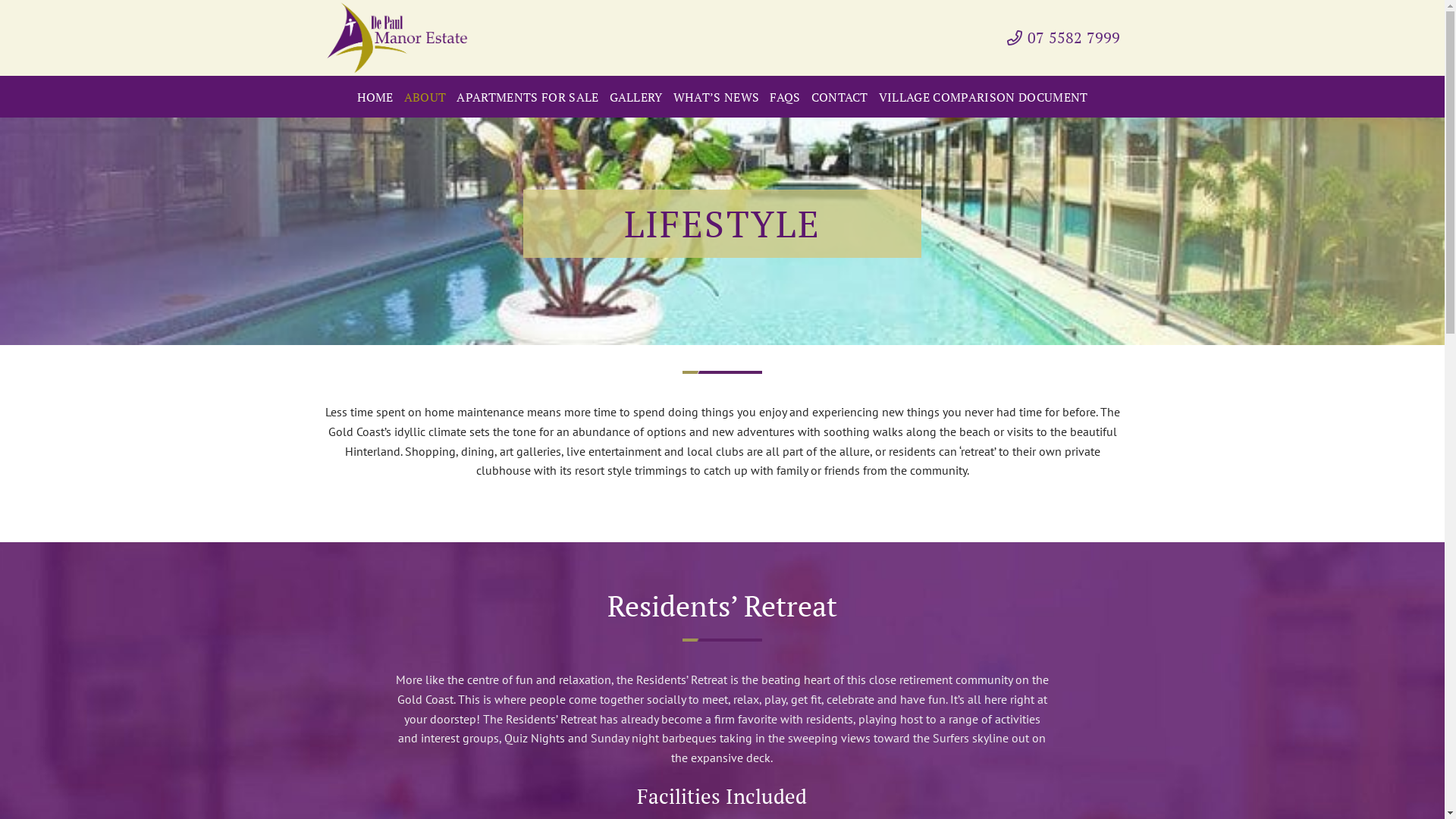 Image resolution: width=1456 pixels, height=819 pixels. What do you see at coordinates (1007, 37) in the screenshot?
I see `'07 5582 7999'` at bounding box center [1007, 37].